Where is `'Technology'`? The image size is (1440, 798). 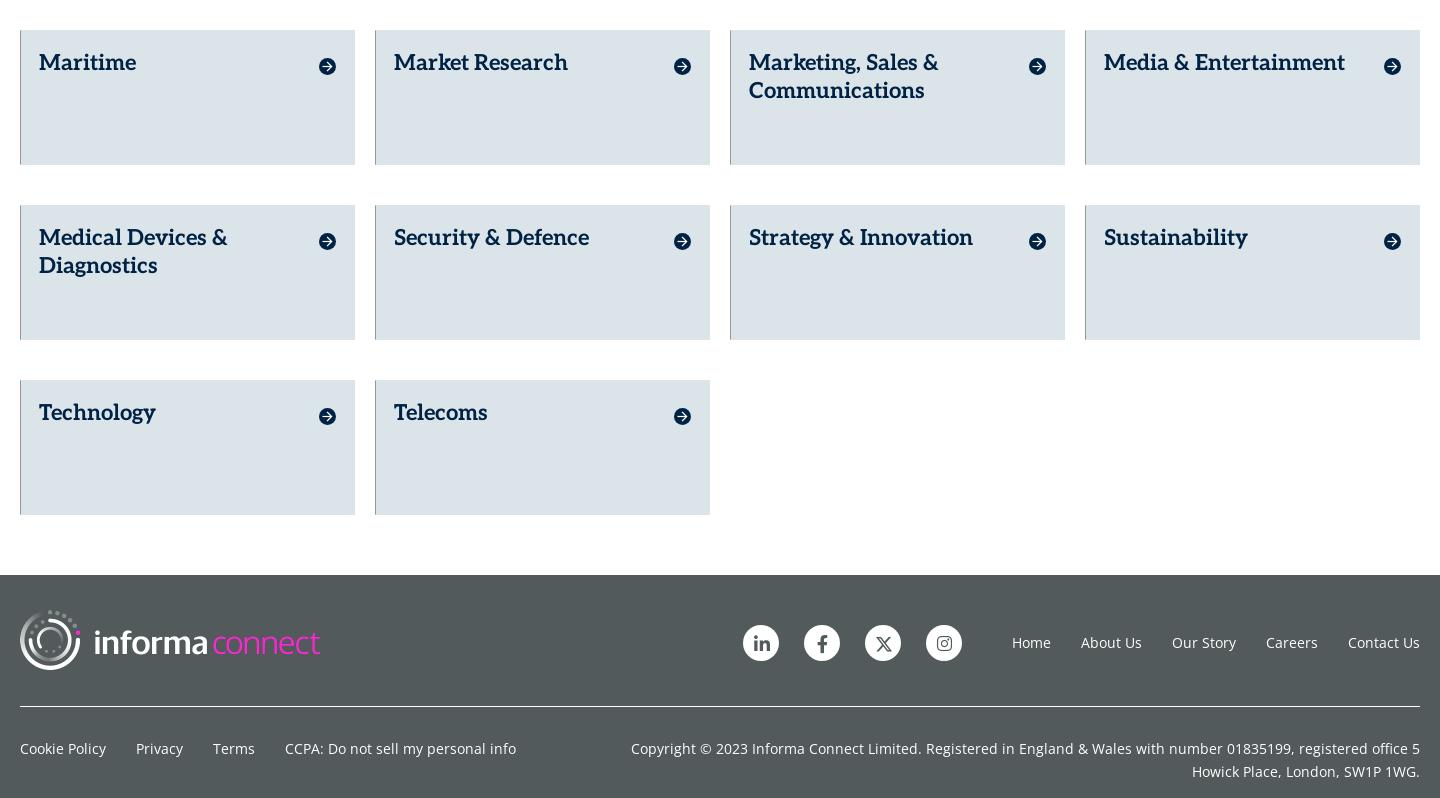 'Technology' is located at coordinates (97, 399).